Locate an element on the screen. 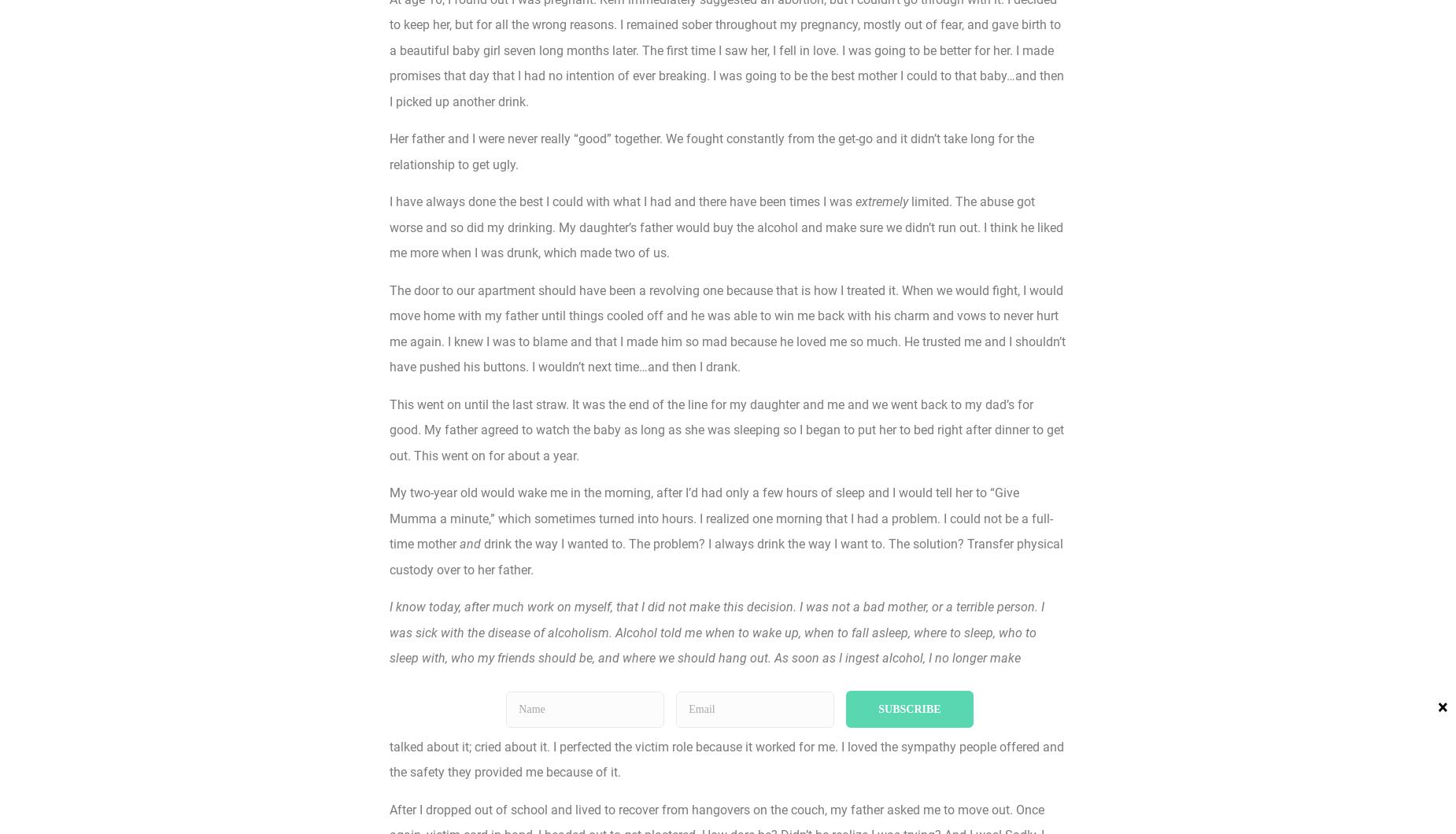 This screenshot has height=834, width=1456. 'Her father and I were never really “good” together. We fought constantly from the get-go and it didn’t take long for the relationship to get ugly.' is located at coordinates (711, 150).